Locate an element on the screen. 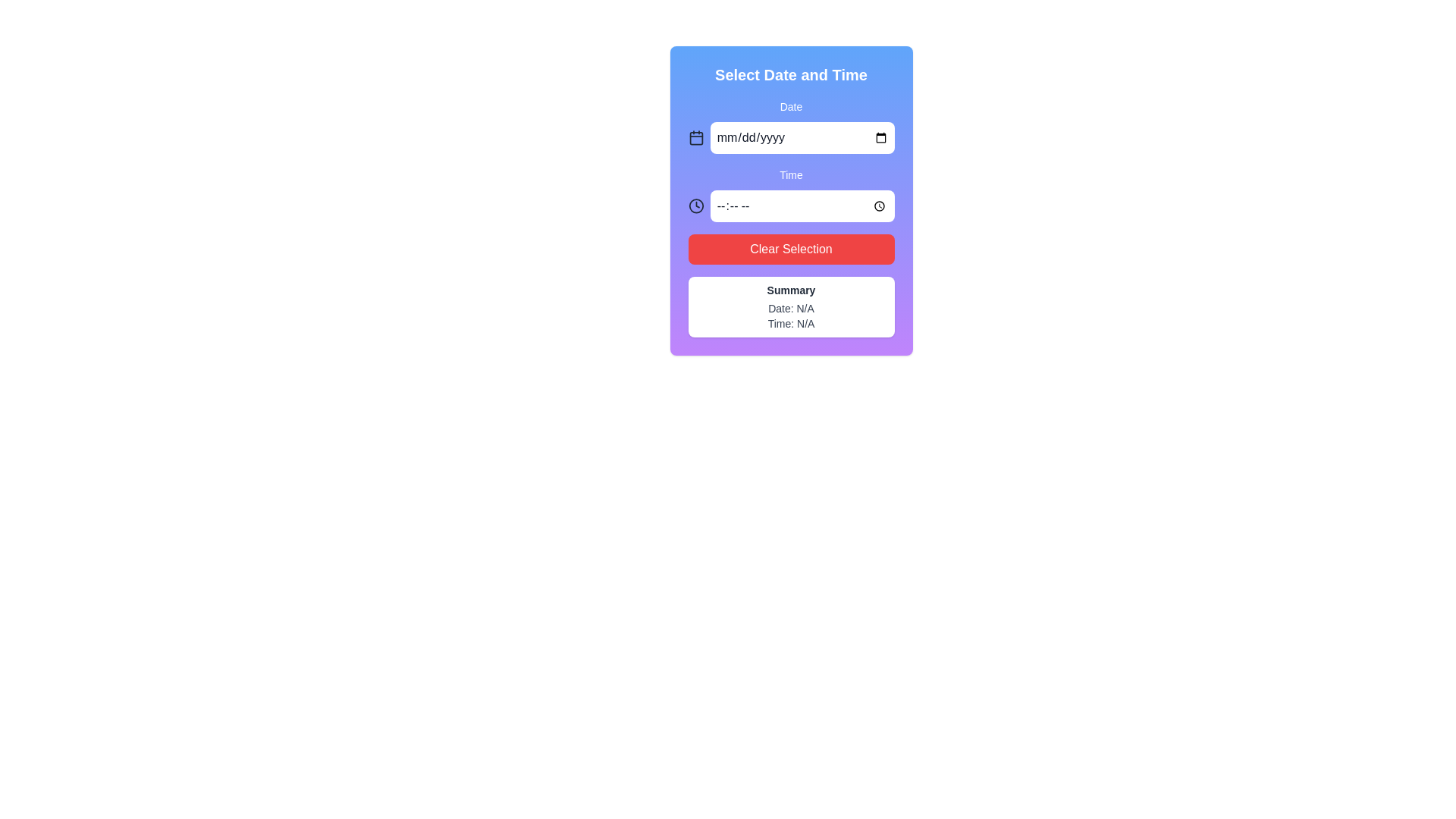 Image resolution: width=1456 pixels, height=819 pixels. a time from the Time Input Field located beneath the 'Time' label, which features a clean white background and rounded corners, positioned below the 'Date' field is located at coordinates (790, 206).